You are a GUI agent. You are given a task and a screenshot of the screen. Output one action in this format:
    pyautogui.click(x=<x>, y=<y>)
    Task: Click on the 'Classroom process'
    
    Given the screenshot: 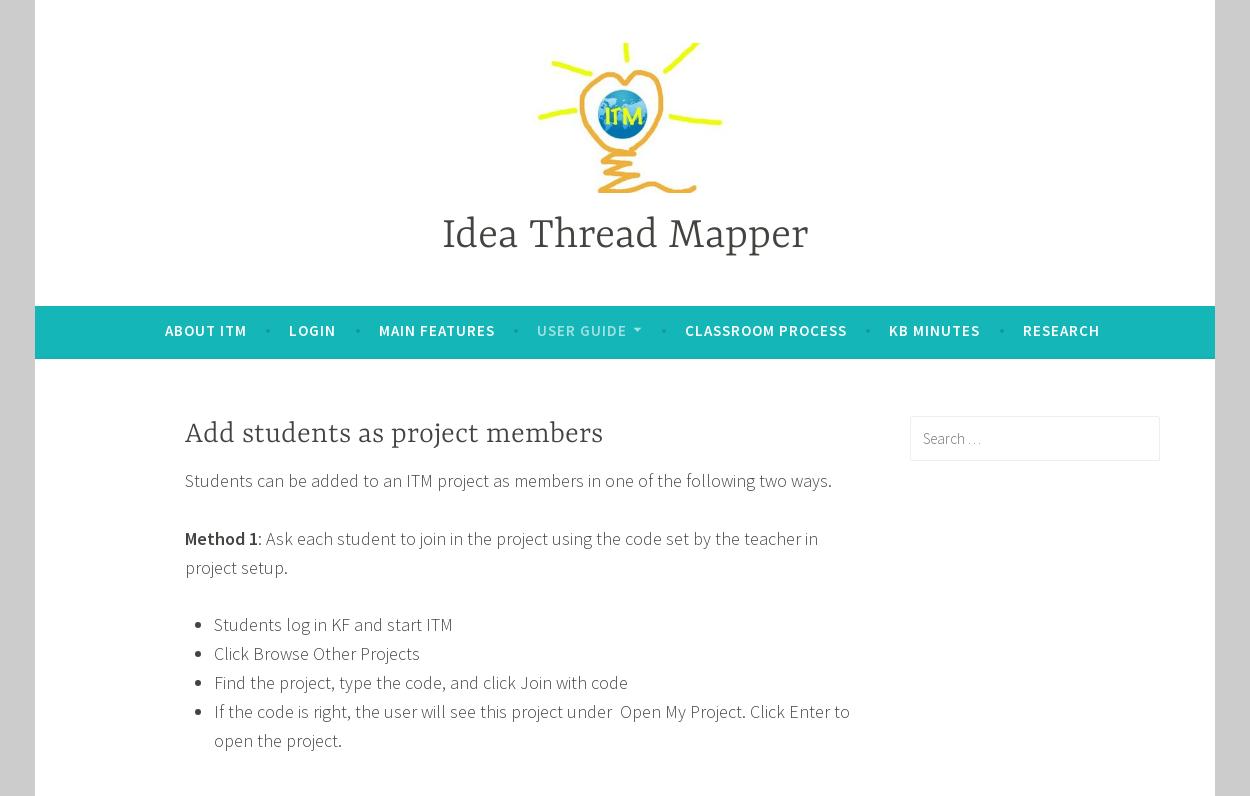 What is the action you would take?
    pyautogui.click(x=765, y=330)
    